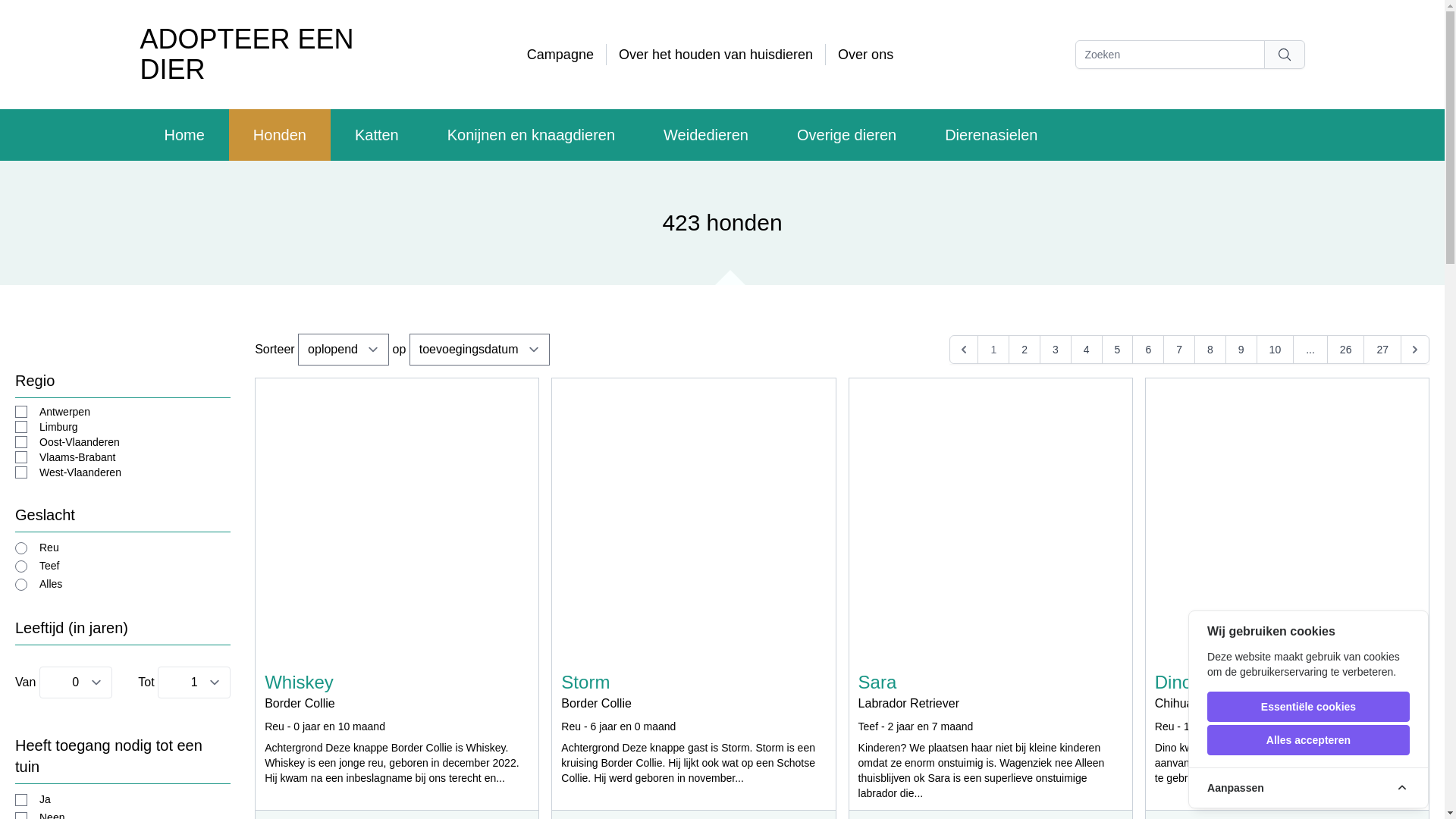  What do you see at coordinates (715, 54) in the screenshot?
I see `'Over het houden van huisdieren'` at bounding box center [715, 54].